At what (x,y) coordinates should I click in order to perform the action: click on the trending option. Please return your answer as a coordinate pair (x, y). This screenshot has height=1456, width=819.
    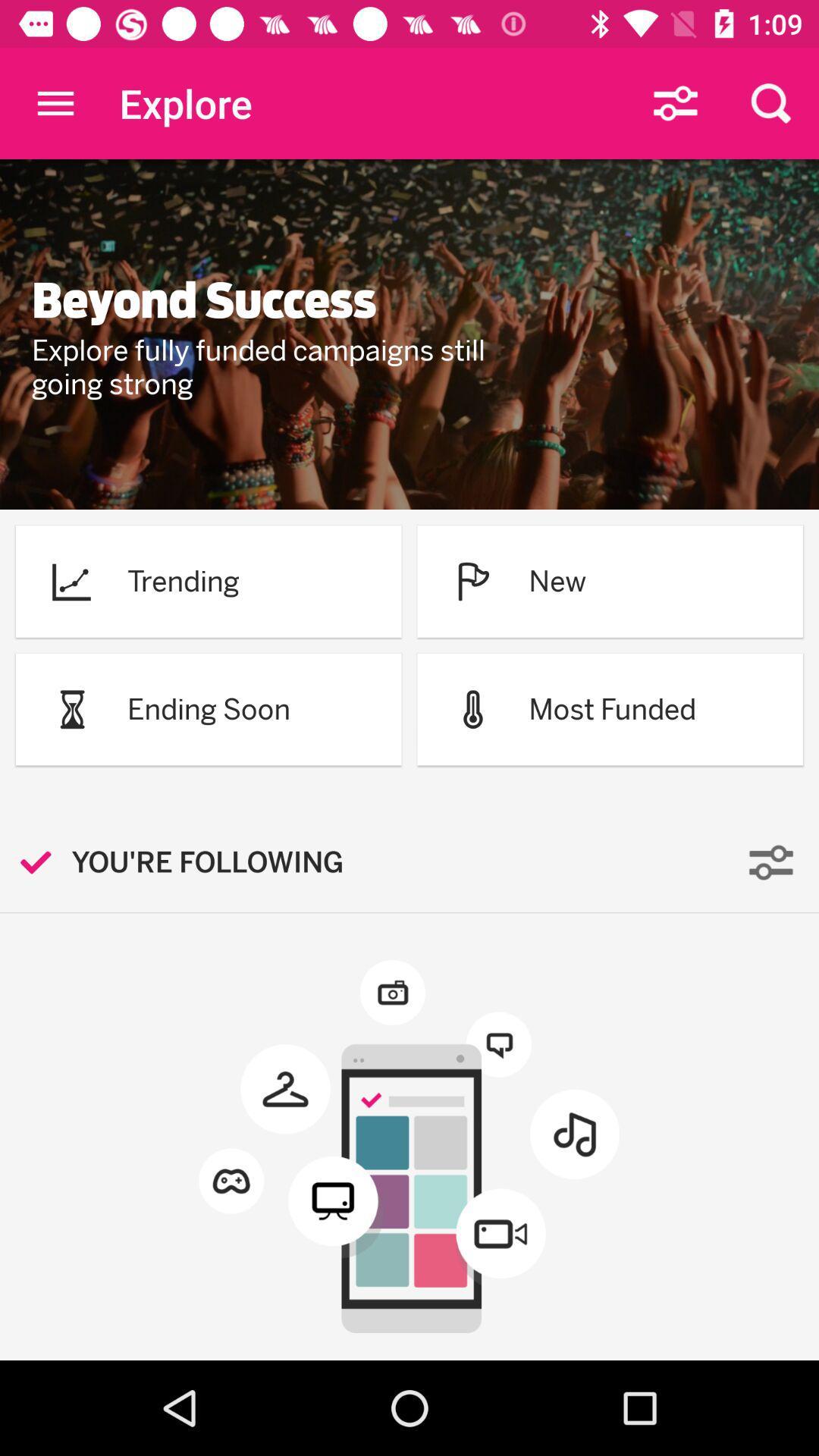
    Looking at the image, I should click on (209, 581).